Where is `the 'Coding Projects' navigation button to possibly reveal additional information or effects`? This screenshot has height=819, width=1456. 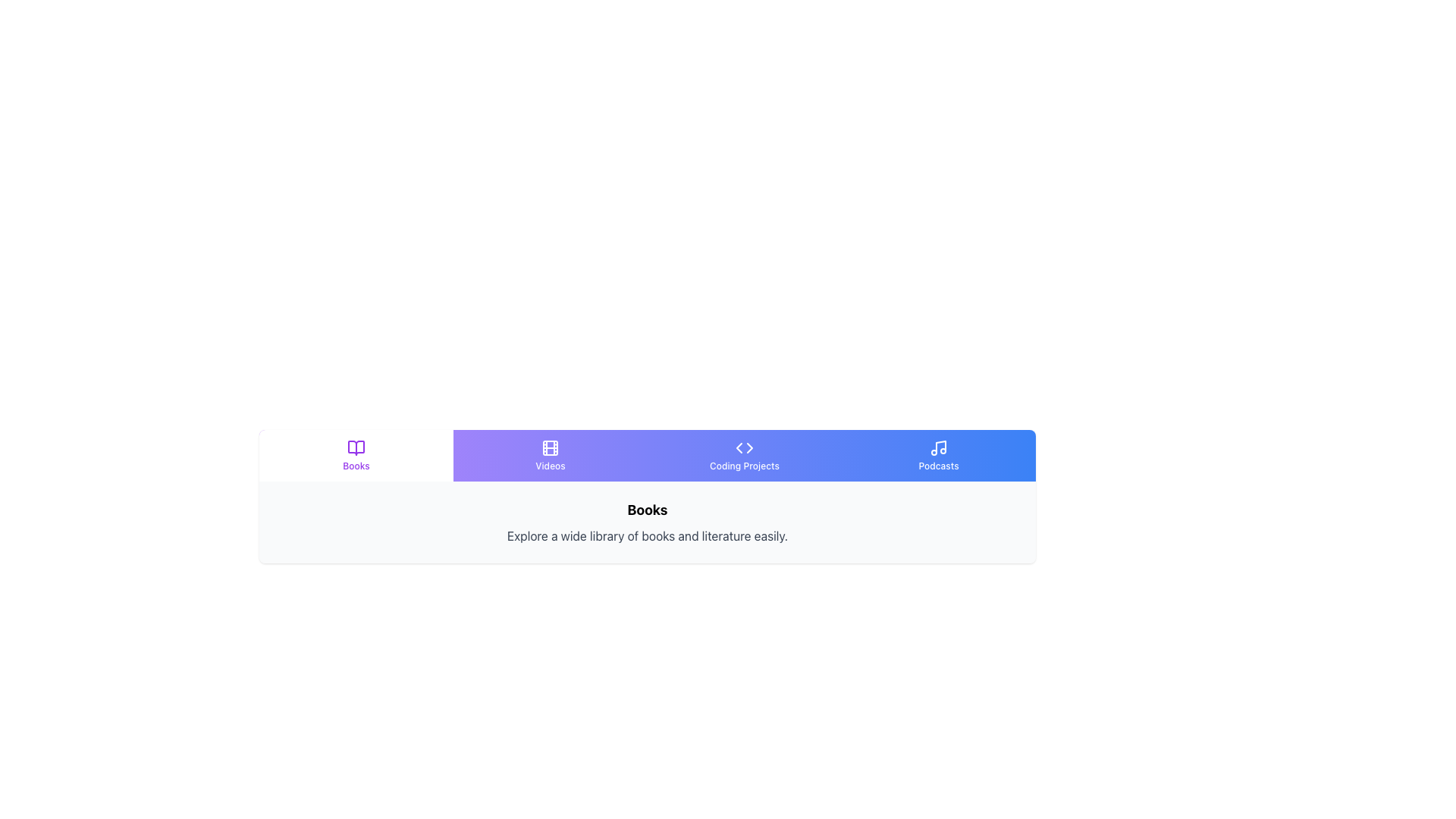 the 'Coding Projects' navigation button to possibly reveal additional information or effects is located at coordinates (745, 455).